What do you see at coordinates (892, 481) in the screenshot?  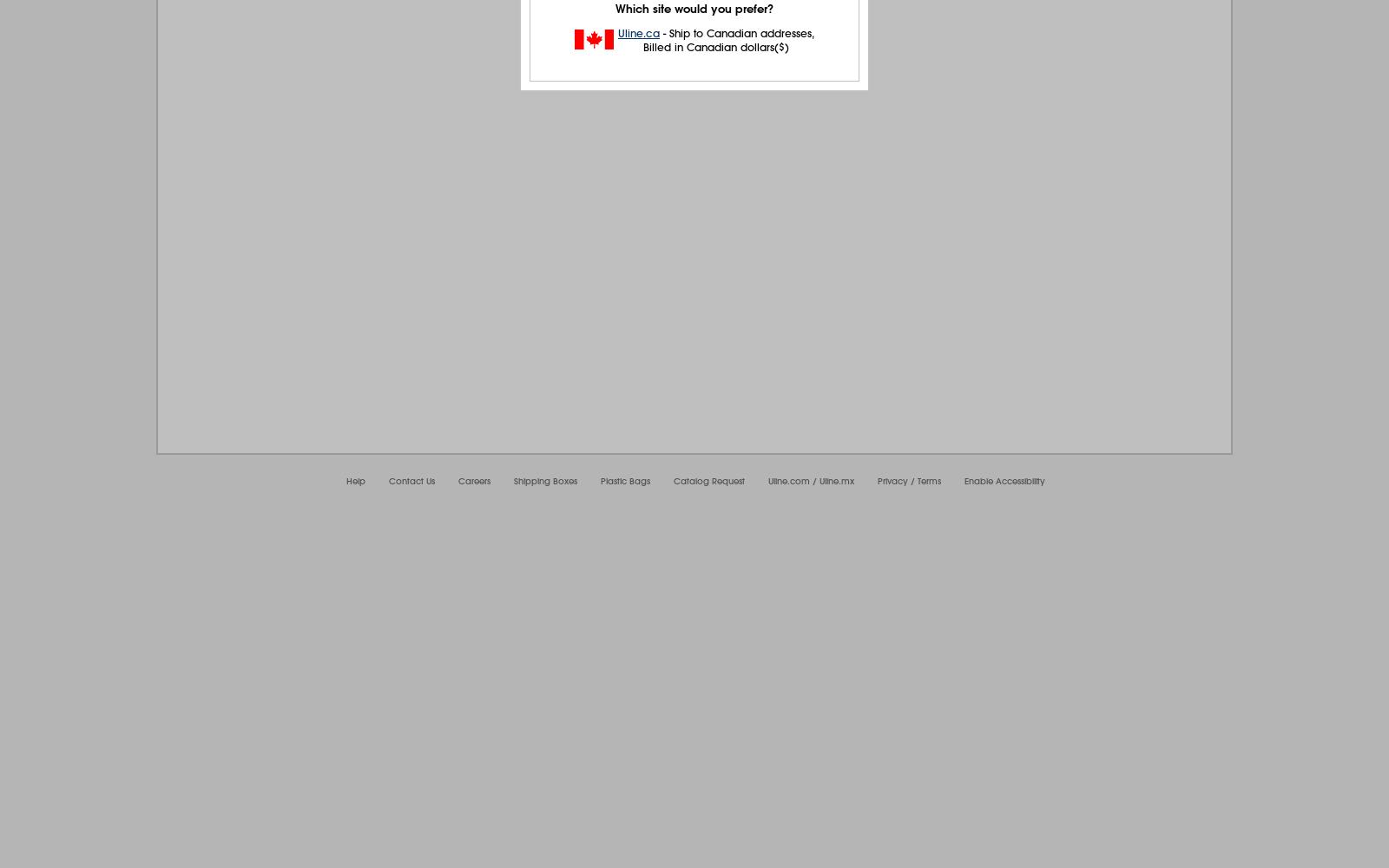 I see `'Privacy'` at bounding box center [892, 481].